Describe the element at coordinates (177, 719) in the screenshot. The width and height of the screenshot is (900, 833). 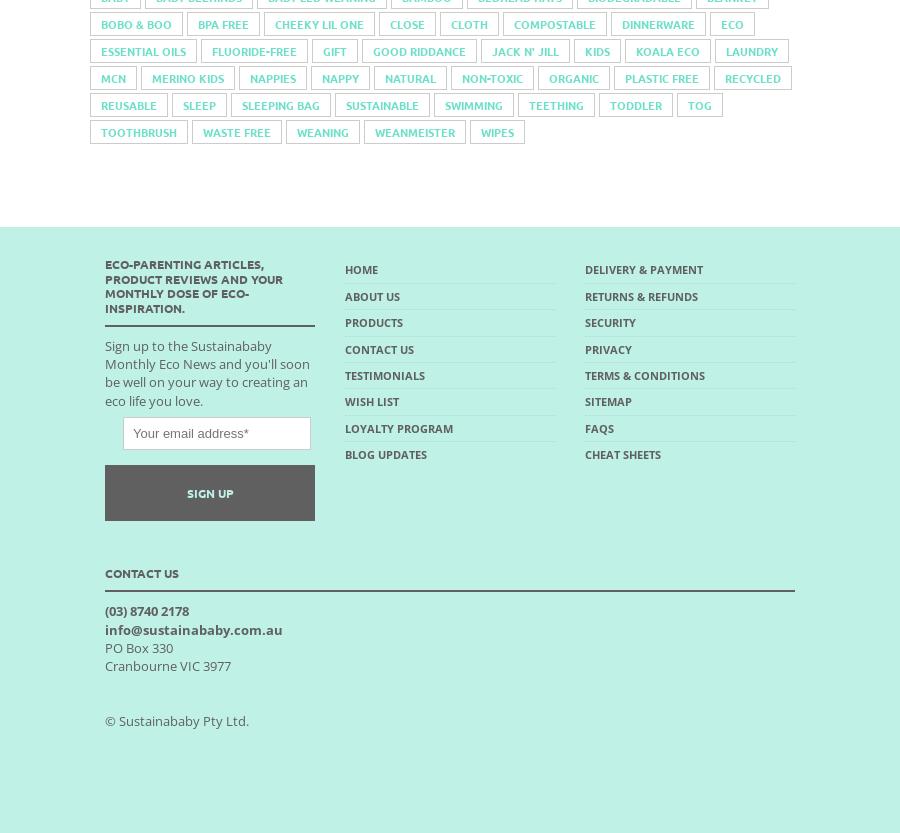
I see `'© Sustainababy Pty Ltd.'` at that location.